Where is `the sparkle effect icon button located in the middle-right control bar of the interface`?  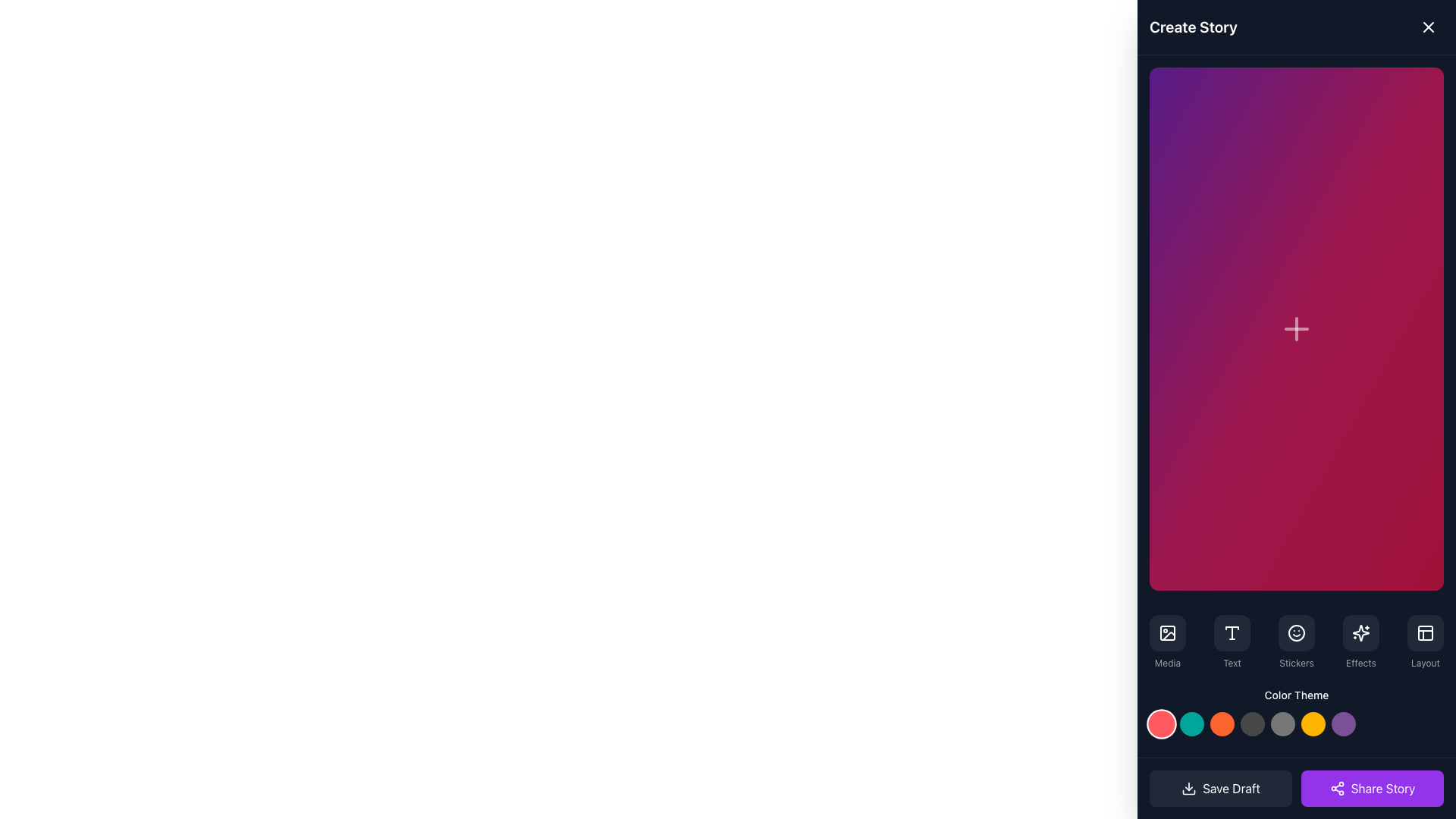
the sparkle effect icon button located in the middle-right control bar of the interface is located at coordinates (1361, 632).